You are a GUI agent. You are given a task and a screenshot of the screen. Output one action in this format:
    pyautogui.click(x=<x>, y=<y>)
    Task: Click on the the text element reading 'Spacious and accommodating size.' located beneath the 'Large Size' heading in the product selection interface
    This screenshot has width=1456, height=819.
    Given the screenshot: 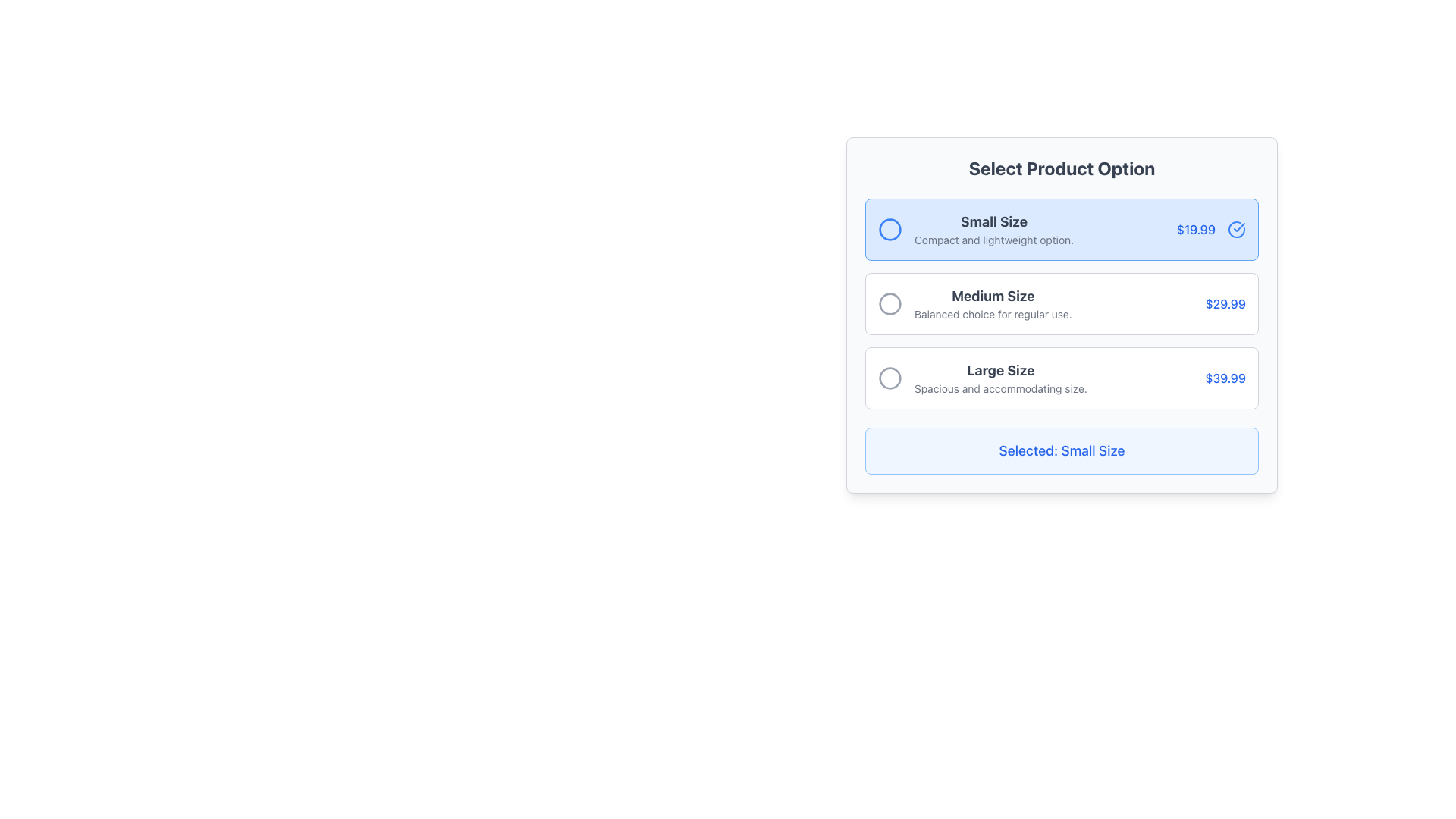 What is the action you would take?
    pyautogui.click(x=1001, y=388)
    